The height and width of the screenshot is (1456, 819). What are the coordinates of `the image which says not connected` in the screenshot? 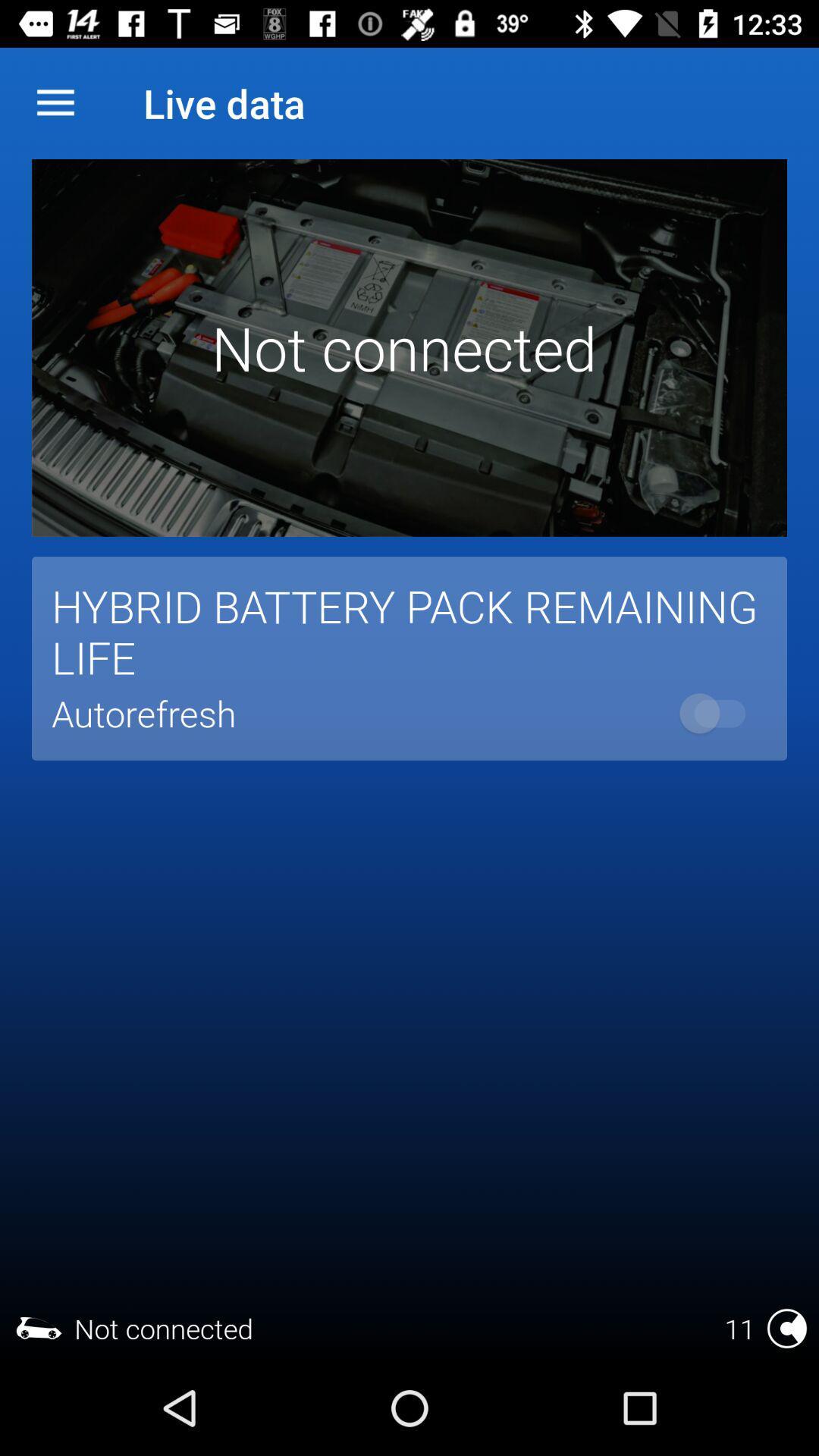 It's located at (409, 347).